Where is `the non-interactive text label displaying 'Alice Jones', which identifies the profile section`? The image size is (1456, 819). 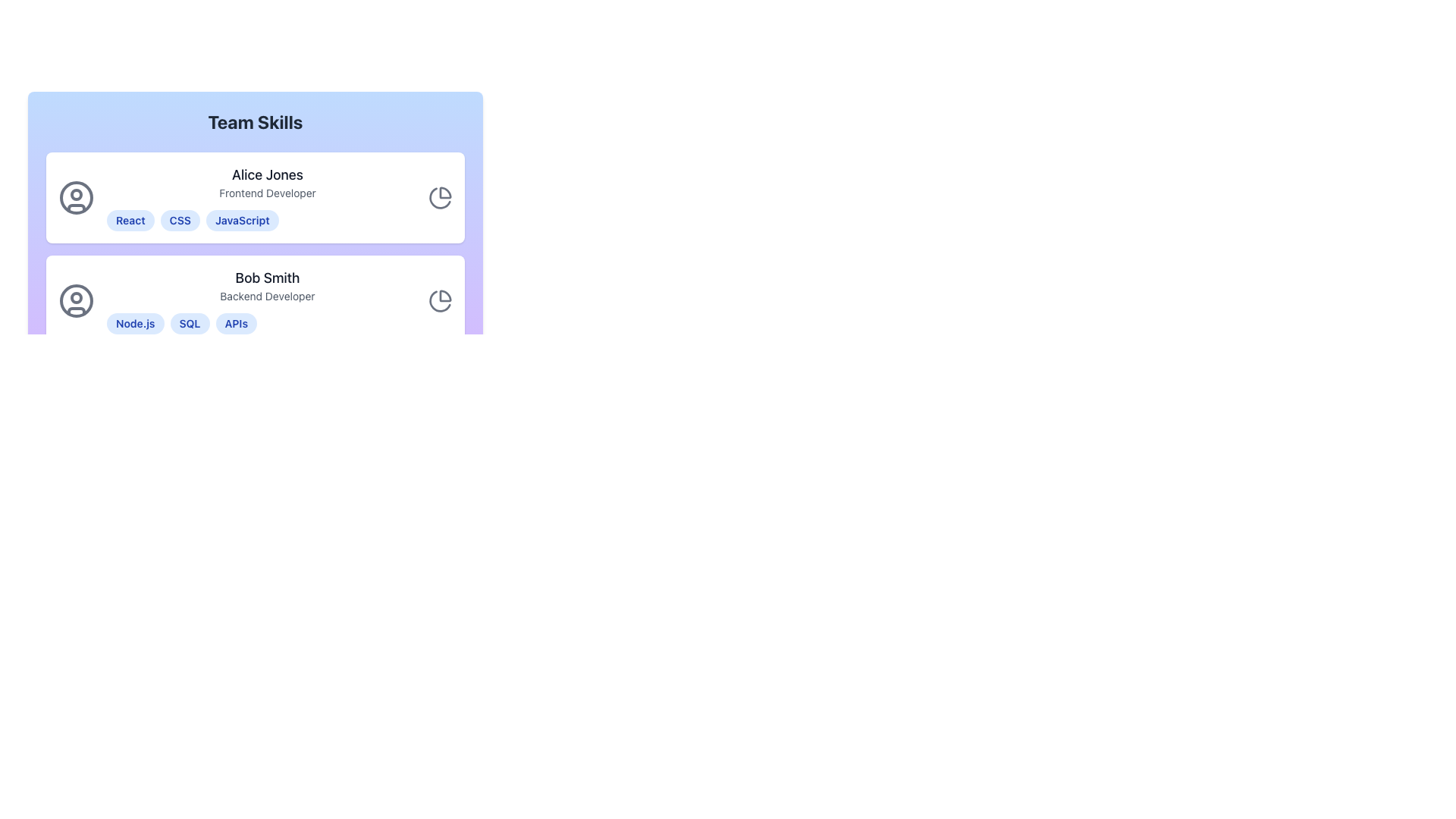
the non-interactive text label displaying 'Alice Jones', which identifies the profile section is located at coordinates (268, 174).